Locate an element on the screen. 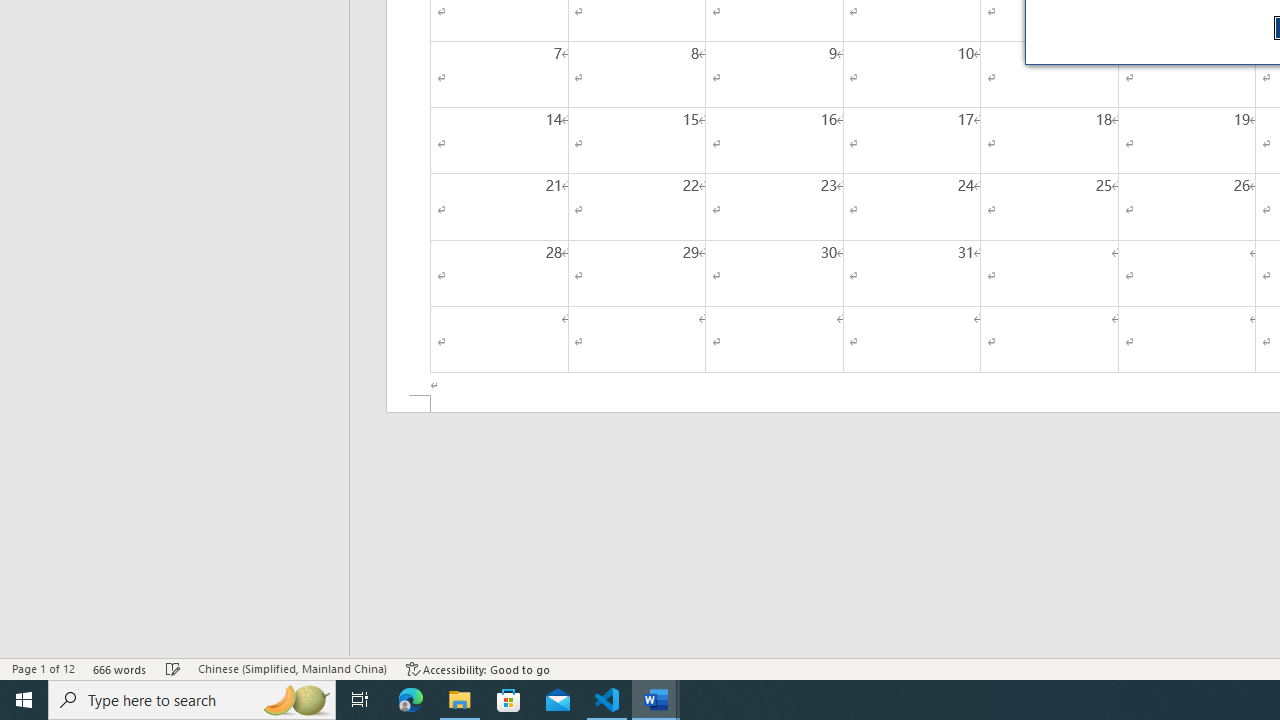 The height and width of the screenshot is (720, 1280). 'Task View' is located at coordinates (359, 698).